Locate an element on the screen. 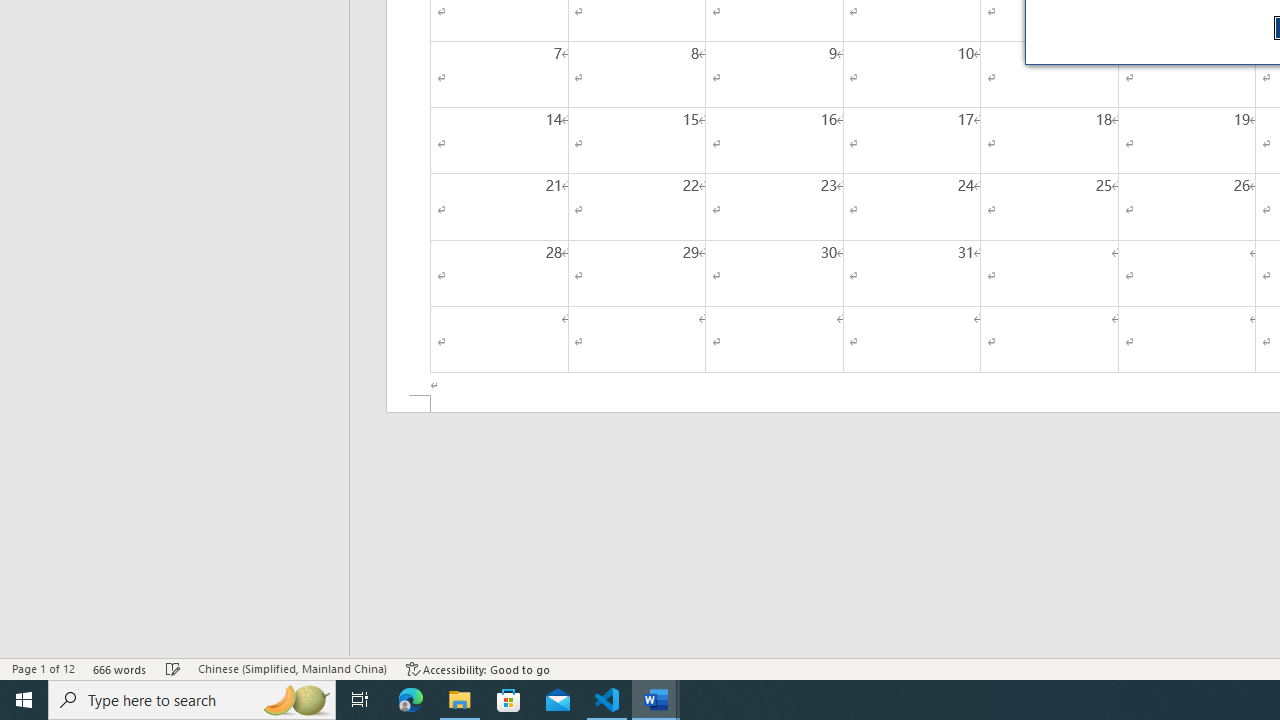 The height and width of the screenshot is (720, 1280). 'Task View' is located at coordinates (359, 698).